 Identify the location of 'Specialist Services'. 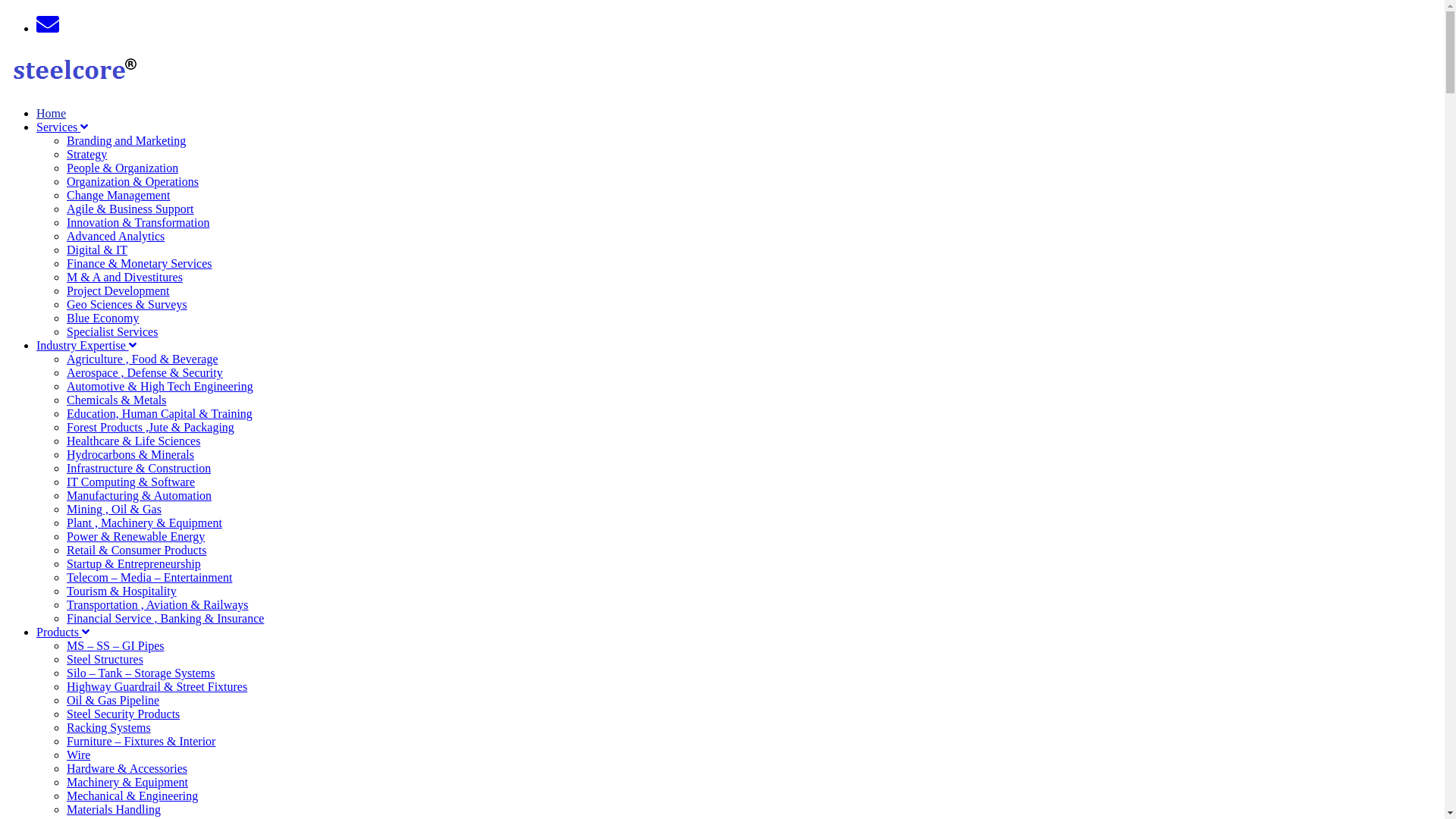
(111, 331).